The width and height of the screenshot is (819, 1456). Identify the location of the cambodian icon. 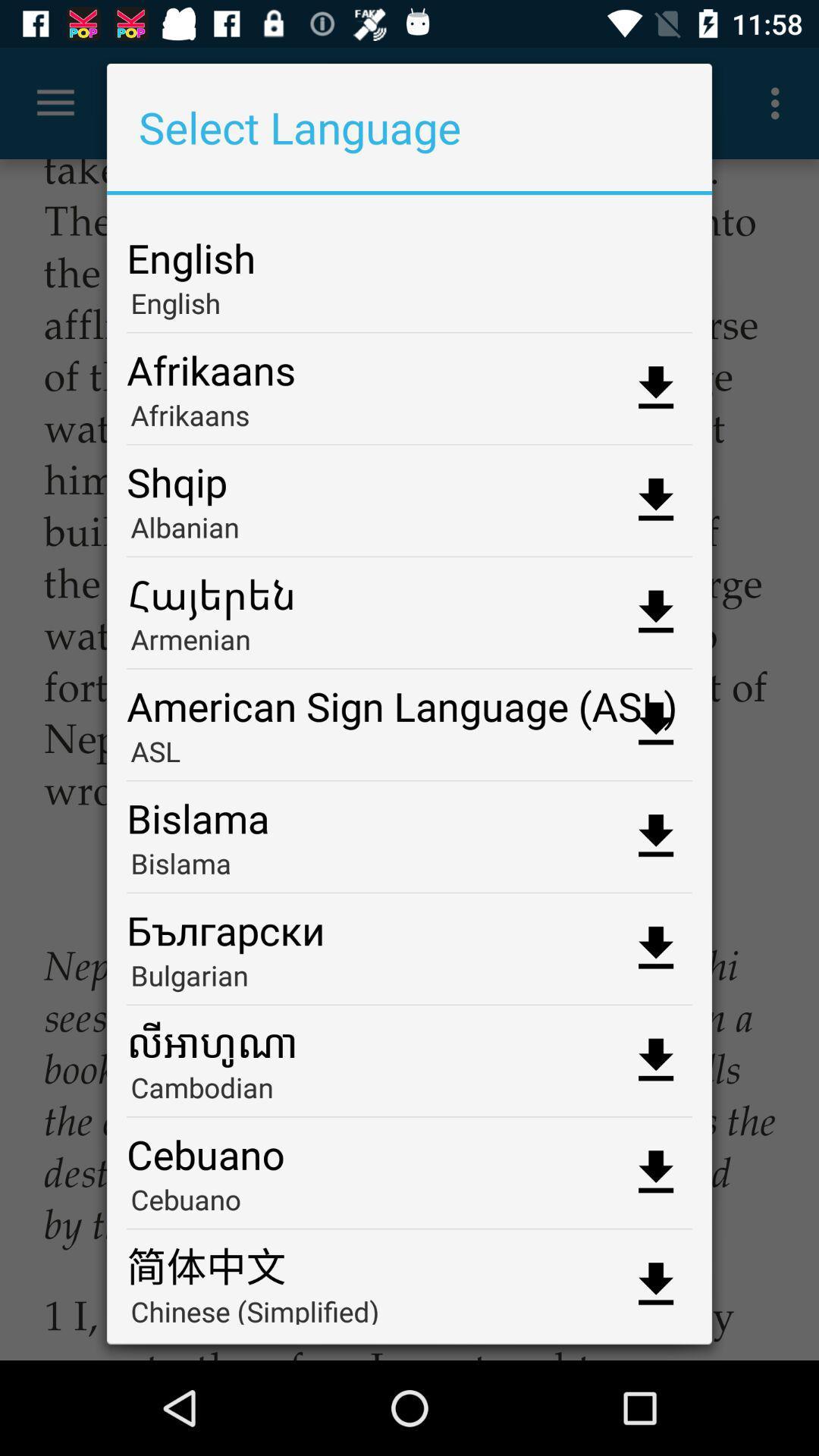
(409, 1092).